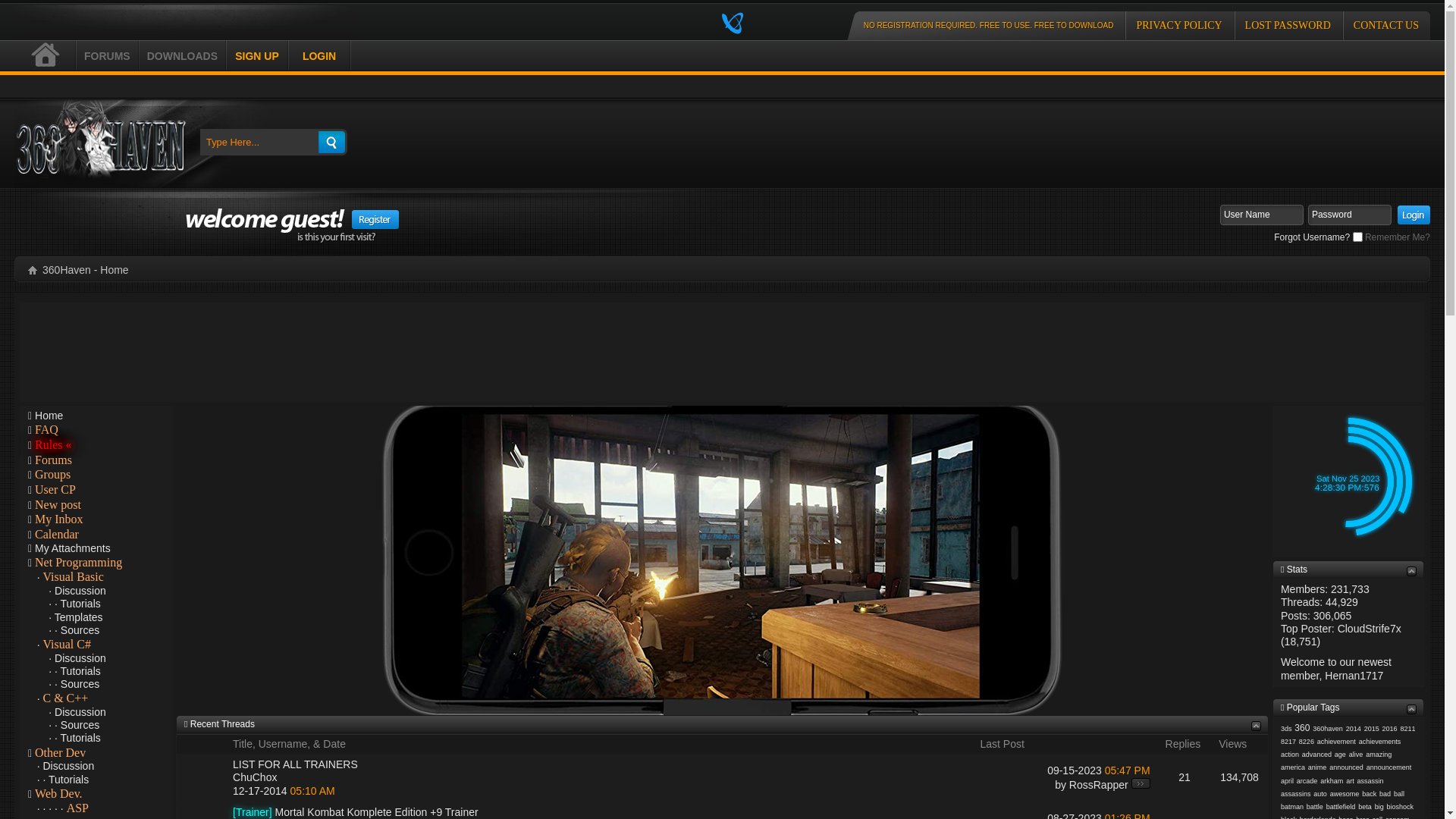 Image resolution: width=1456 pixels, height=819 pixels. What do you see at coordinates (57, 534) in the screenshot?
I see `'Calendar'` at bounding box center [57, 534].